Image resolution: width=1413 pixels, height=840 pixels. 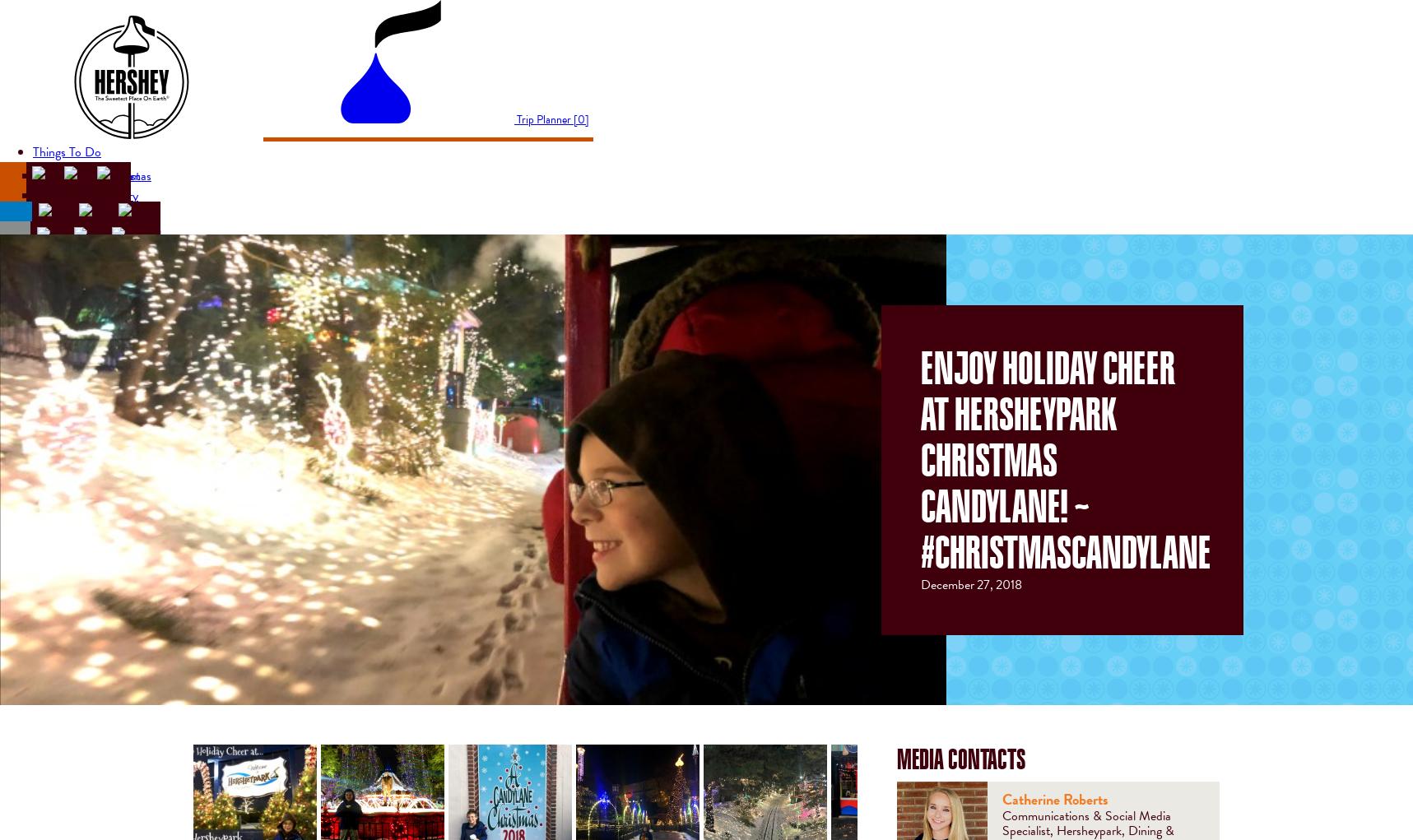 I want to click on 'Christmas', so click(x=124, y=174).